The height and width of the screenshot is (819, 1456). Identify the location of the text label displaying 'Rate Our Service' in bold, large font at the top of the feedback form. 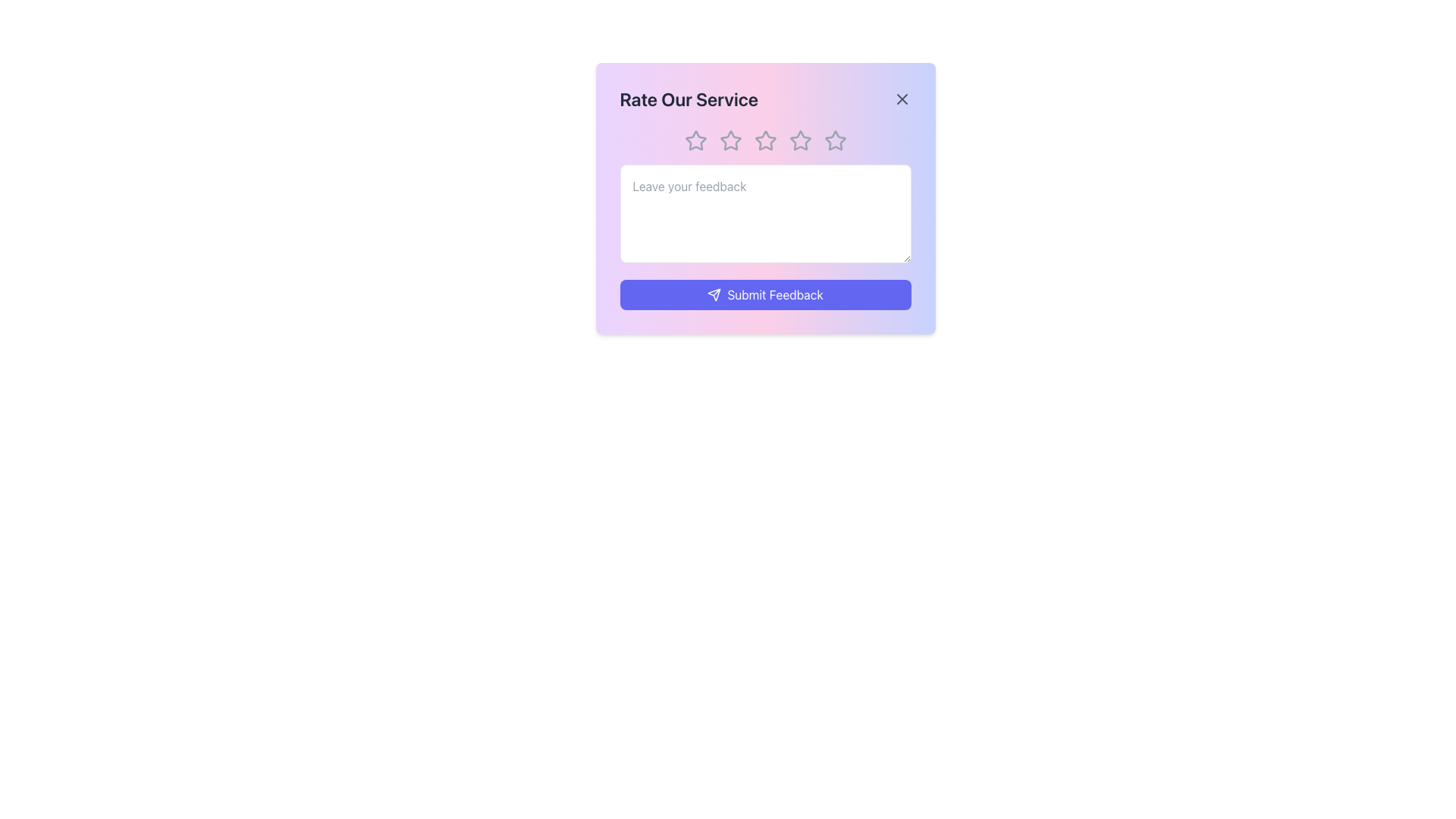
(688, 99).